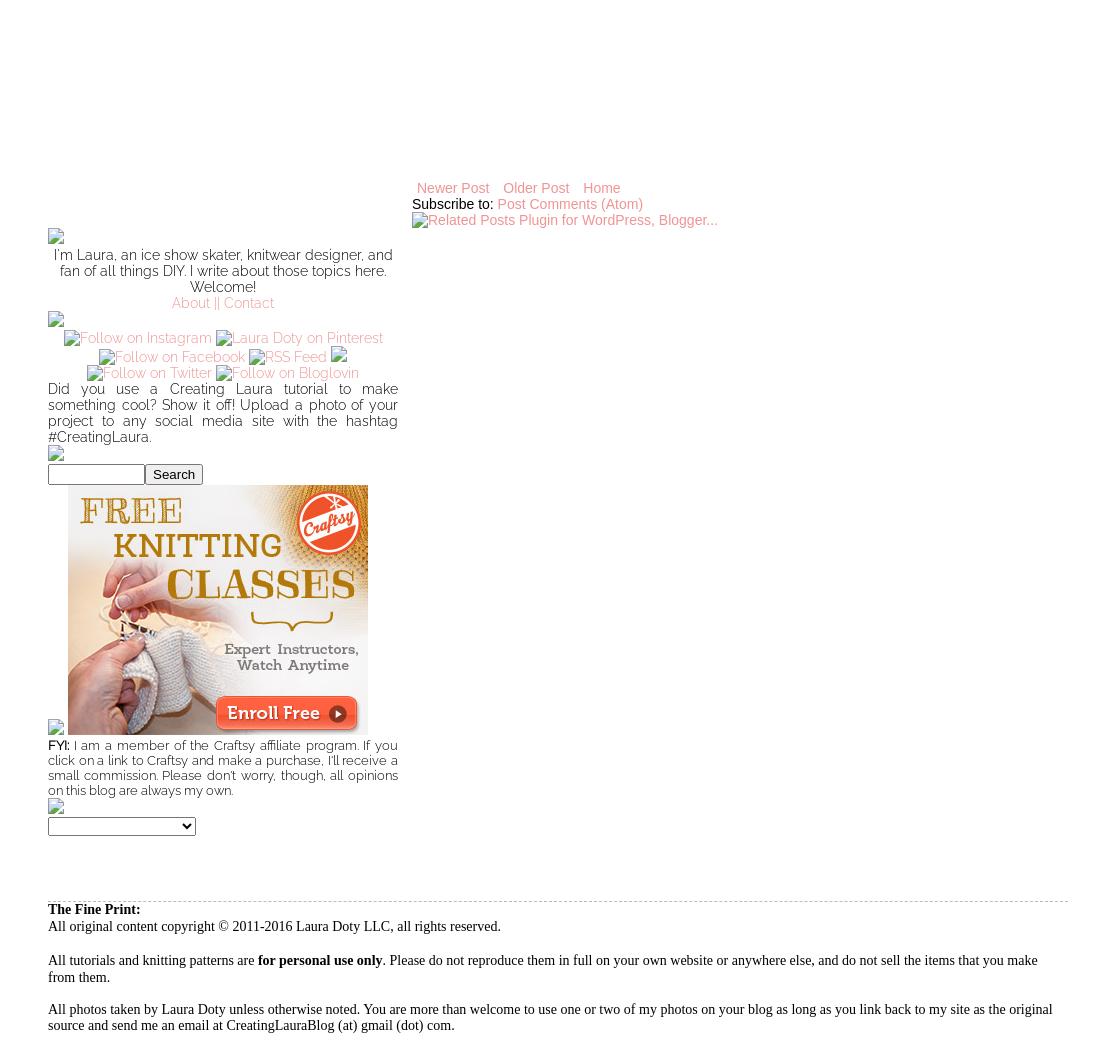 Image resolution: width=1108 pixels, height=1063 pixels. I want to click on 'About || Contact', so click(223, 302).